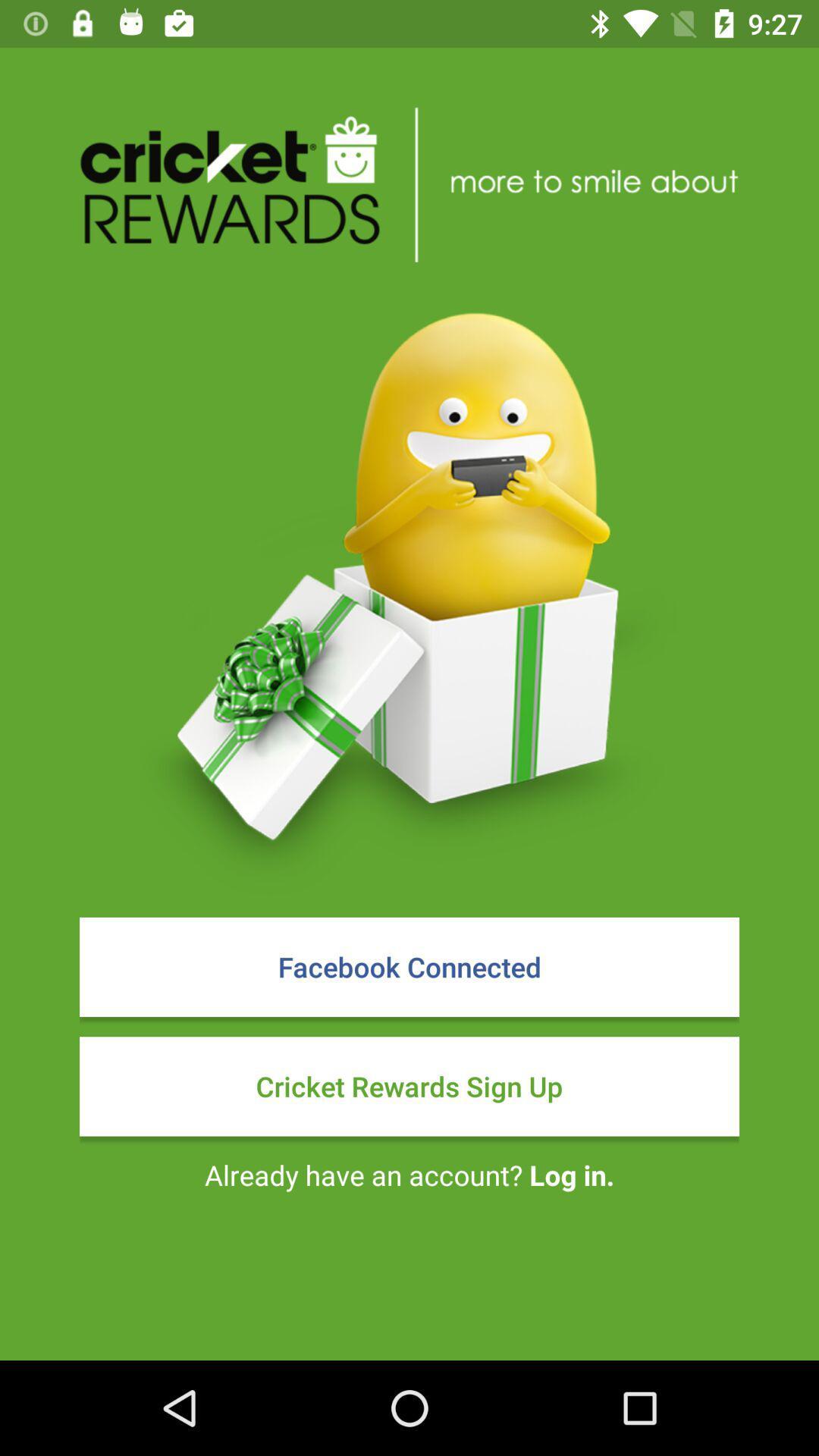  Describe the element at coordinates (409, 1174) in the screenshot. I see `icon below cricket rewards sign` at that location.